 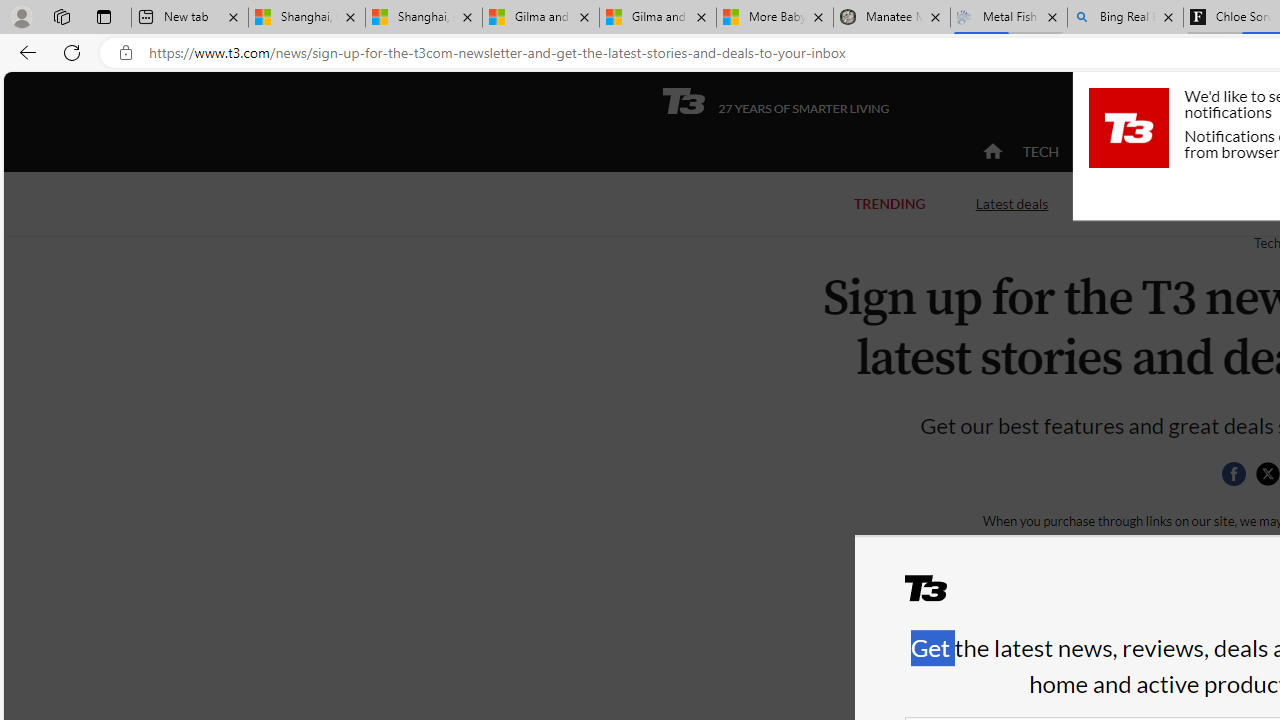 I want to click on 'Class: navigation__item', so click(x=990, y=150).